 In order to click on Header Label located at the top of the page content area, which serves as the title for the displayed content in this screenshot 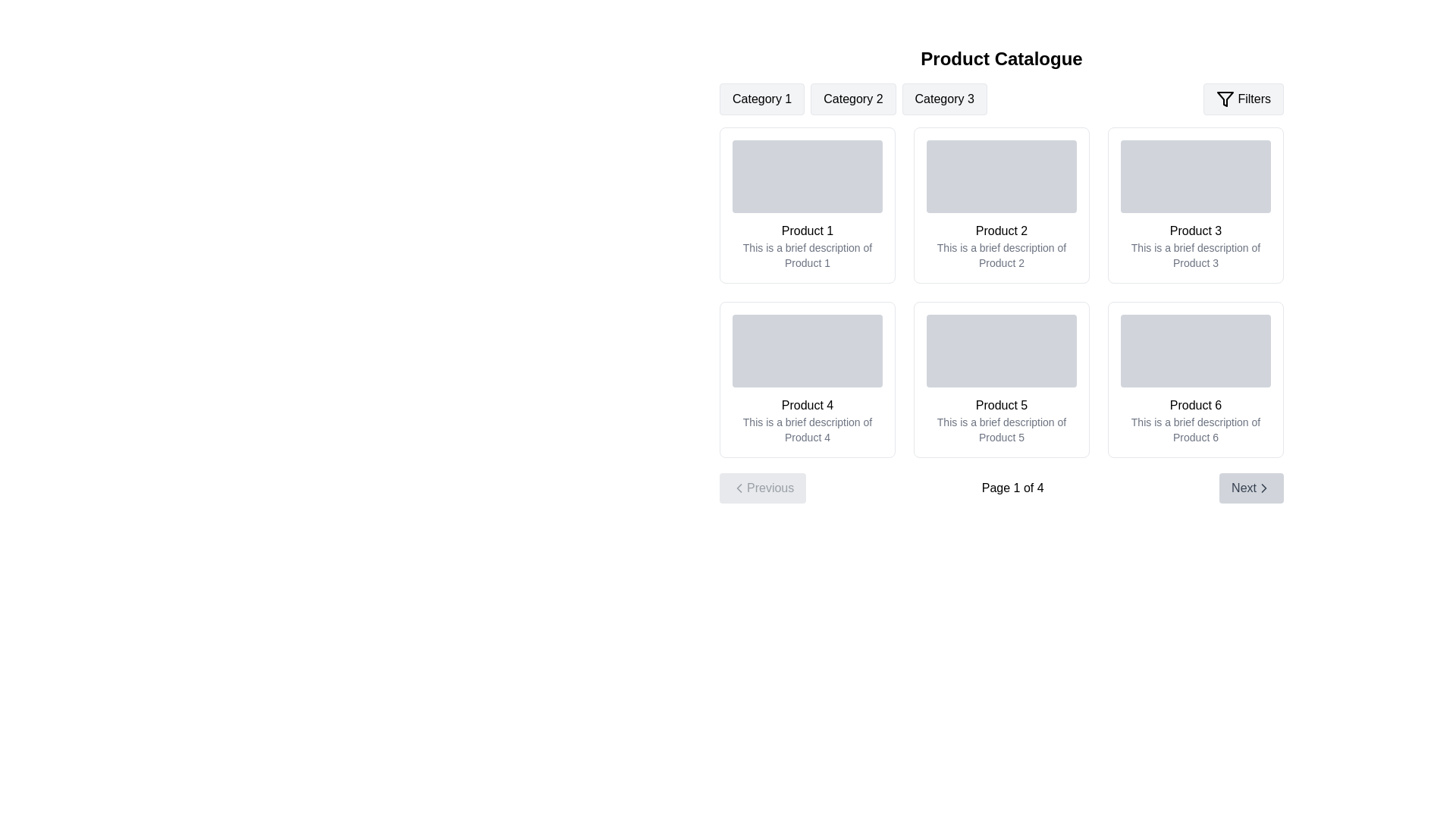, I will do `click(1001, 58)`.